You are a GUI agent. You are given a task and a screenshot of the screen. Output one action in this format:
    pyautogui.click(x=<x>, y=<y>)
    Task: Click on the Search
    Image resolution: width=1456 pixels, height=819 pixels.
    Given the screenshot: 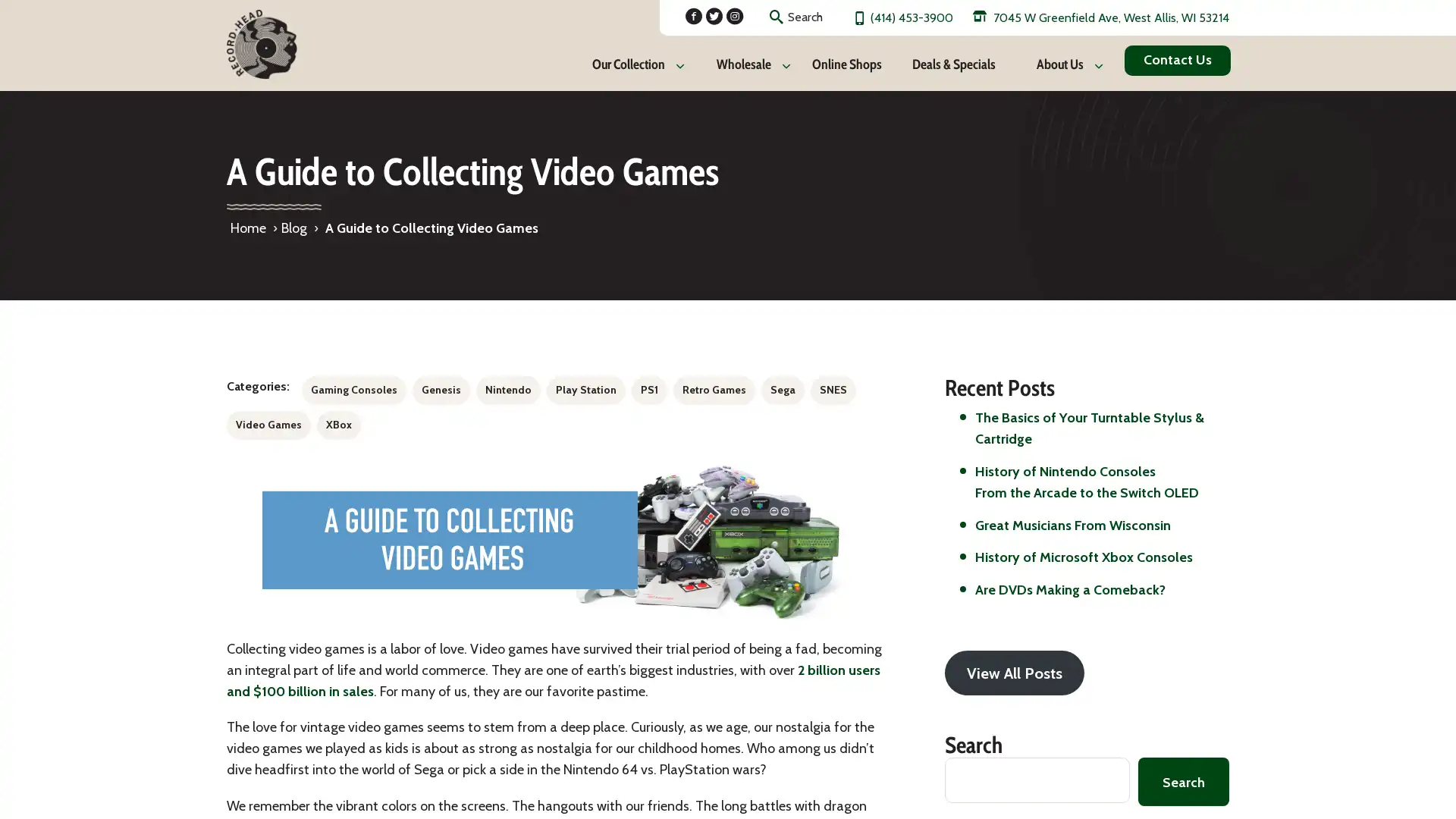 What is the action you would take?
    pyautogui.click(x=803, y=17)
    